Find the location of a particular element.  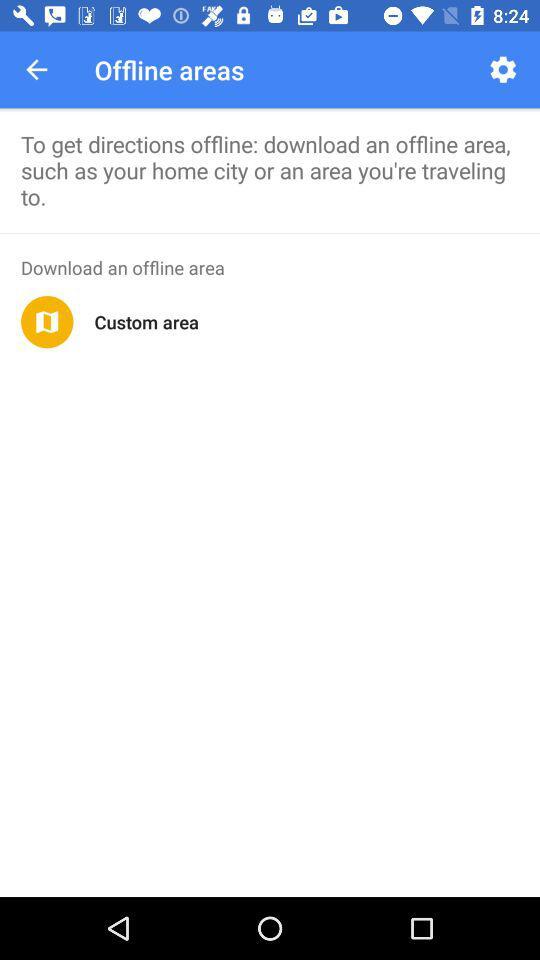

the app below the download an offline item is located at coordinates (47, 322).